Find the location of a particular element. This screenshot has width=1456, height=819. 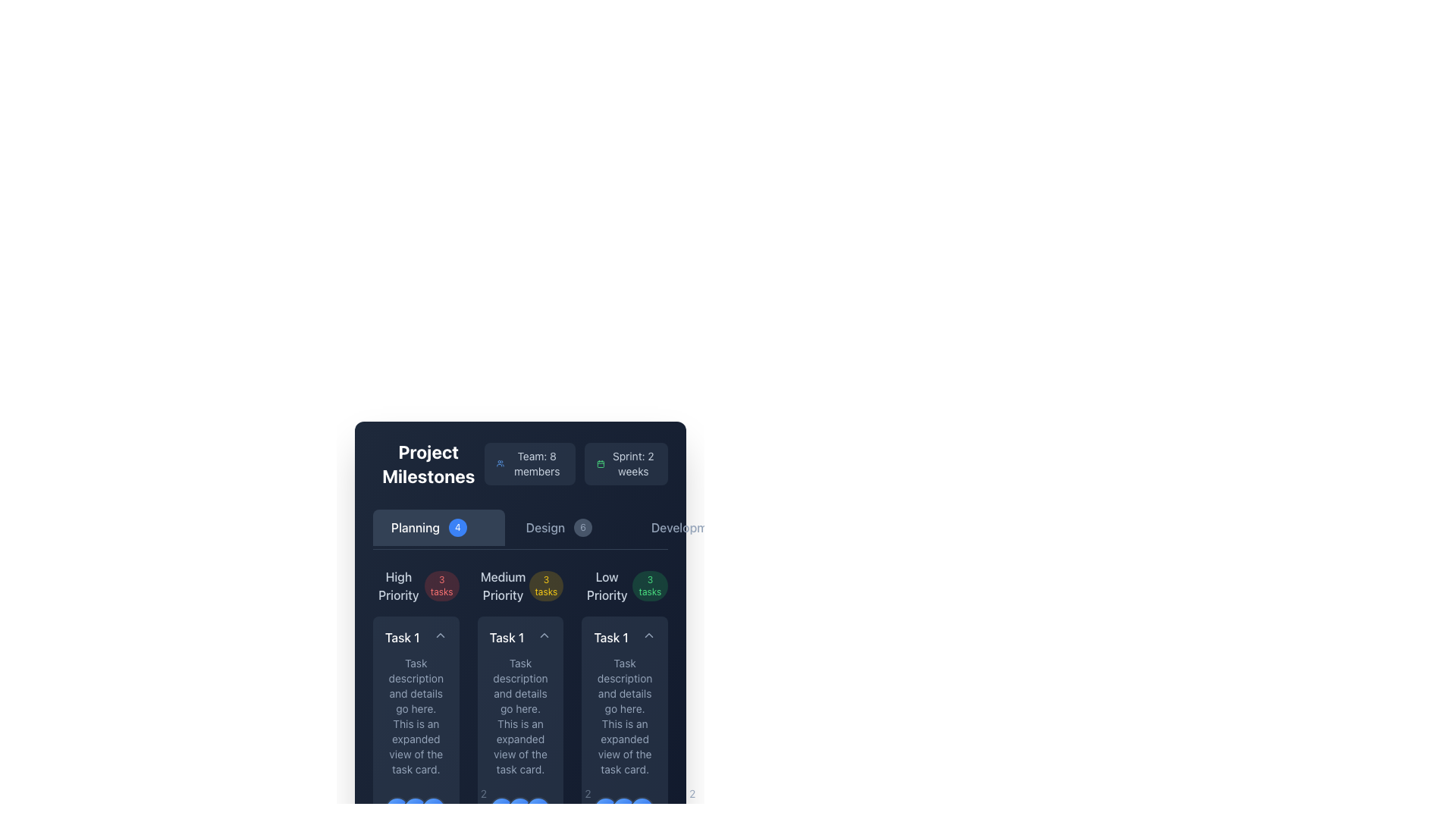

the user group icon located at the top portion of the interface, adjacent to the text 'Team: 8 members' is located at coordinates (500, 463).